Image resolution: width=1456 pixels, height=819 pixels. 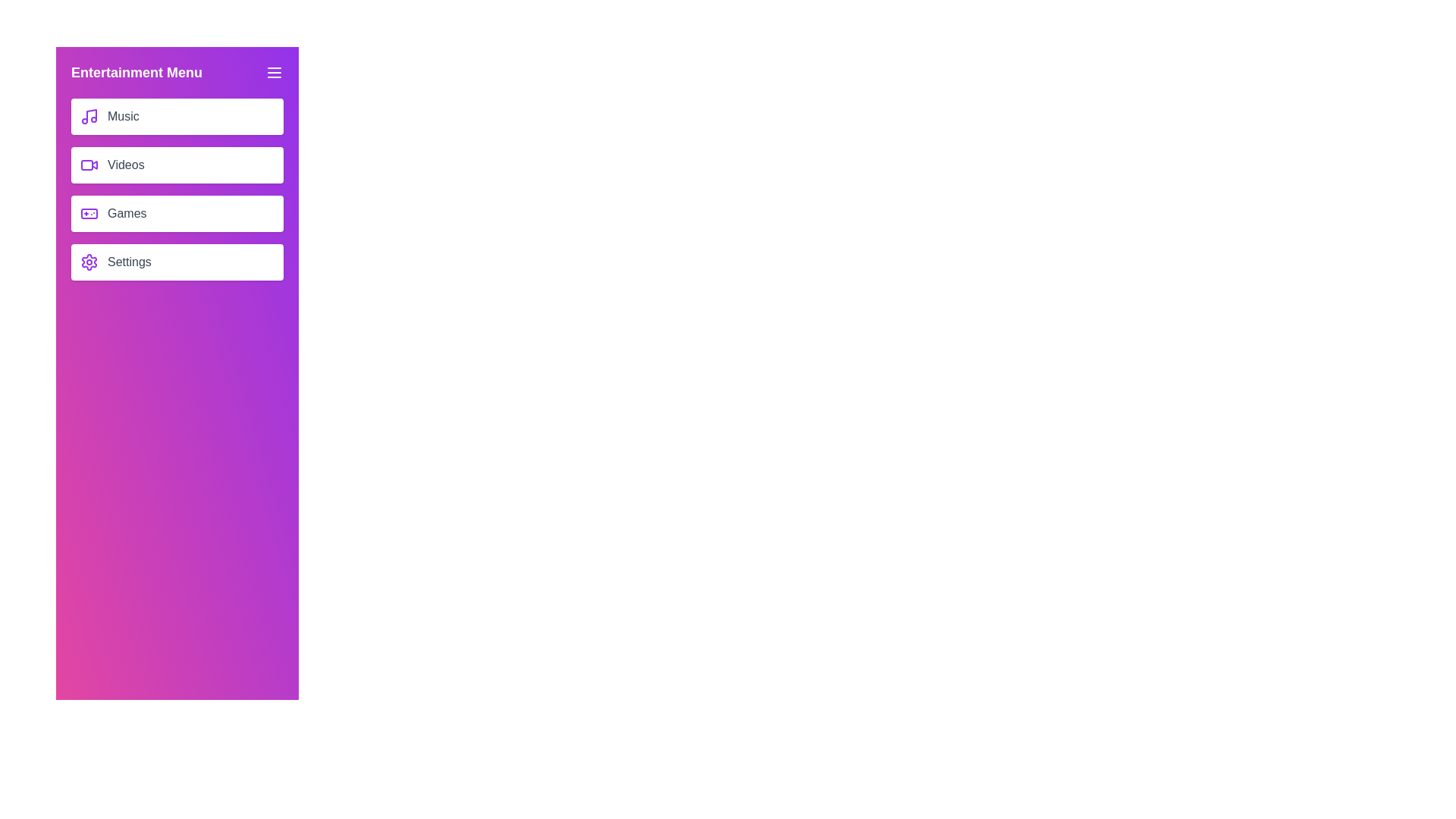 I want to click on the menu icon to close the drawer, so click(x=274, y=73).